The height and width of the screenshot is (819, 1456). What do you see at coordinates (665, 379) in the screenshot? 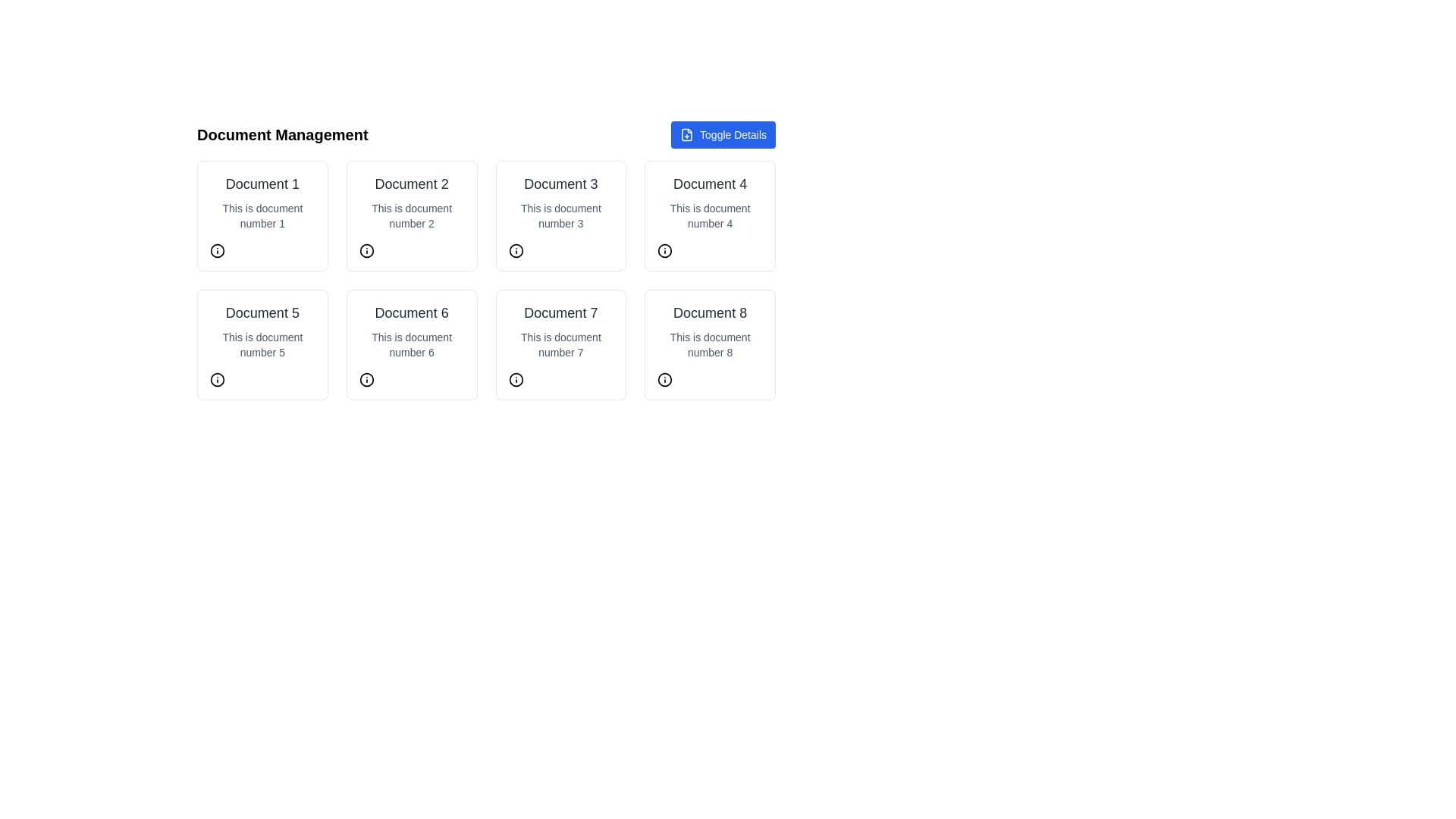
I see `the information icon located at the lower-right corner inside the card titled 'Document 8' in the second row of the grid layout` at bounding box center [665, 379].